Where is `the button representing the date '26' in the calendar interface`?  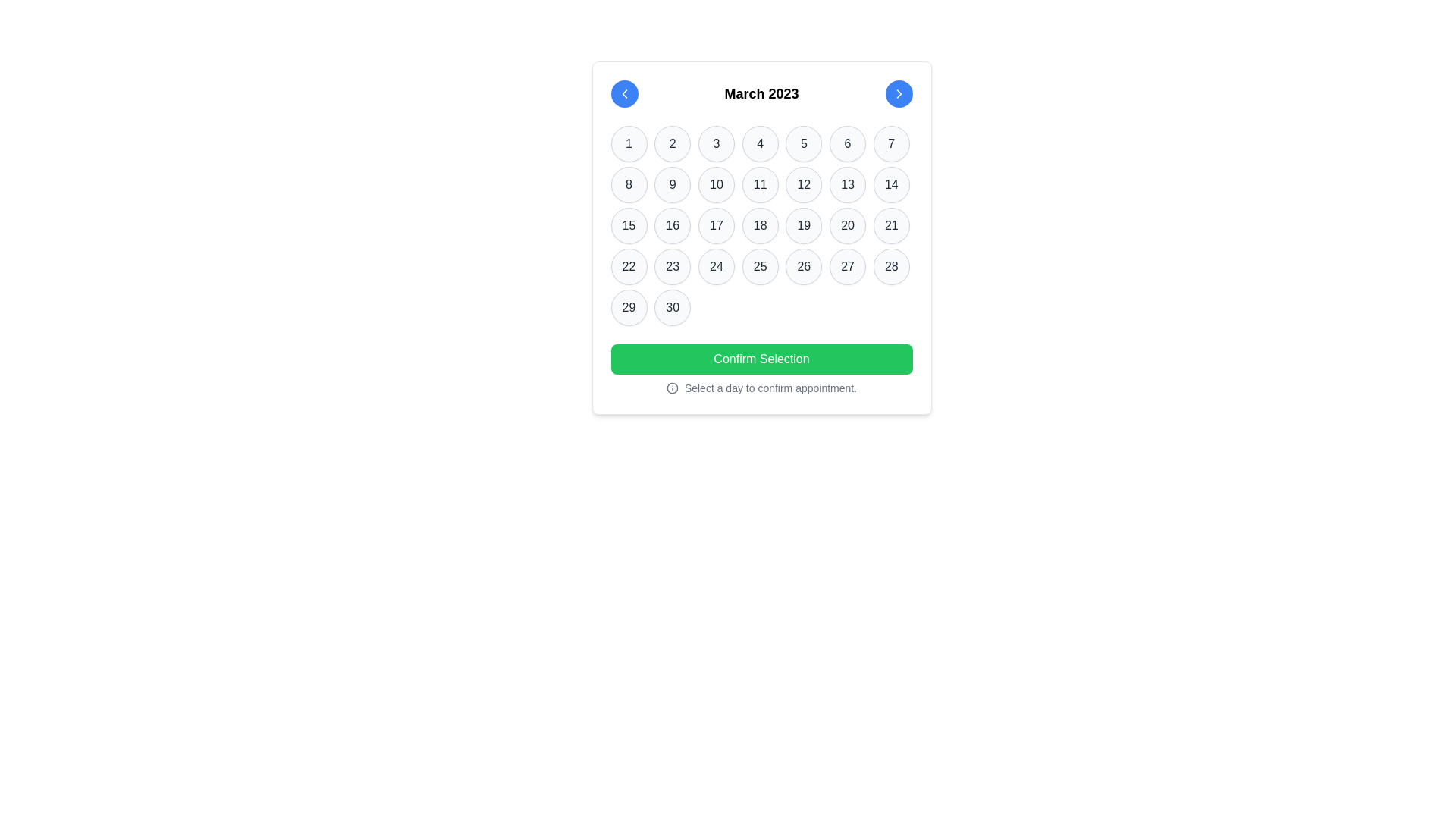 the button representing the date '26' in the calendar interface is located at coordinates (803, 265).